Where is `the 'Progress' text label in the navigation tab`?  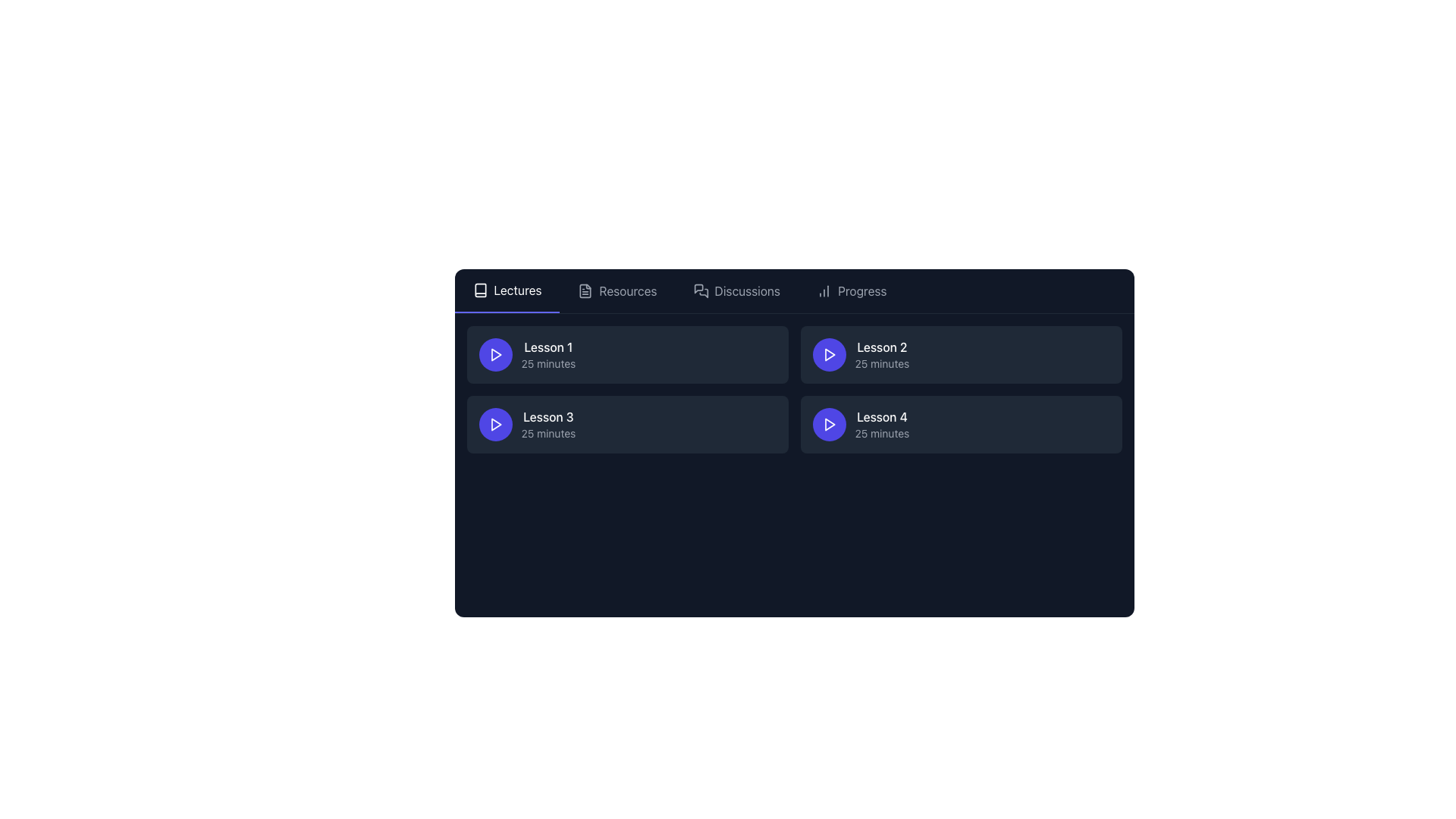
the 'Progress' text label in the navigation tab is located at coordinates (862, 291).